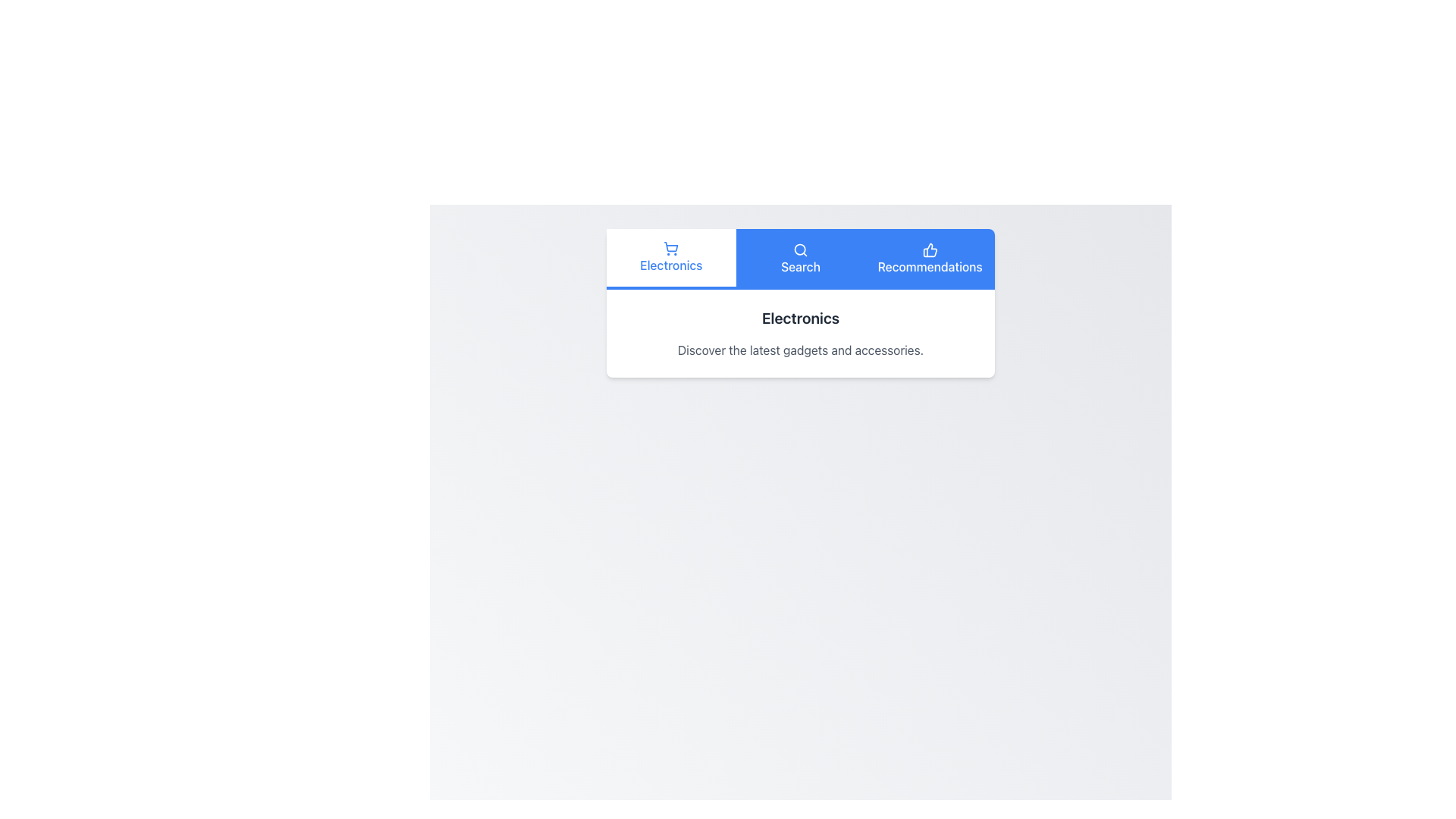 The width and height of the screenshot is (1456, 819). Describe the element at coordinates (800, 350) in the screenshot. I see `the static text element displaying 'Discover the latest gadgets and accessories.', which is positioned below the heading 'Electronics'` at that location.